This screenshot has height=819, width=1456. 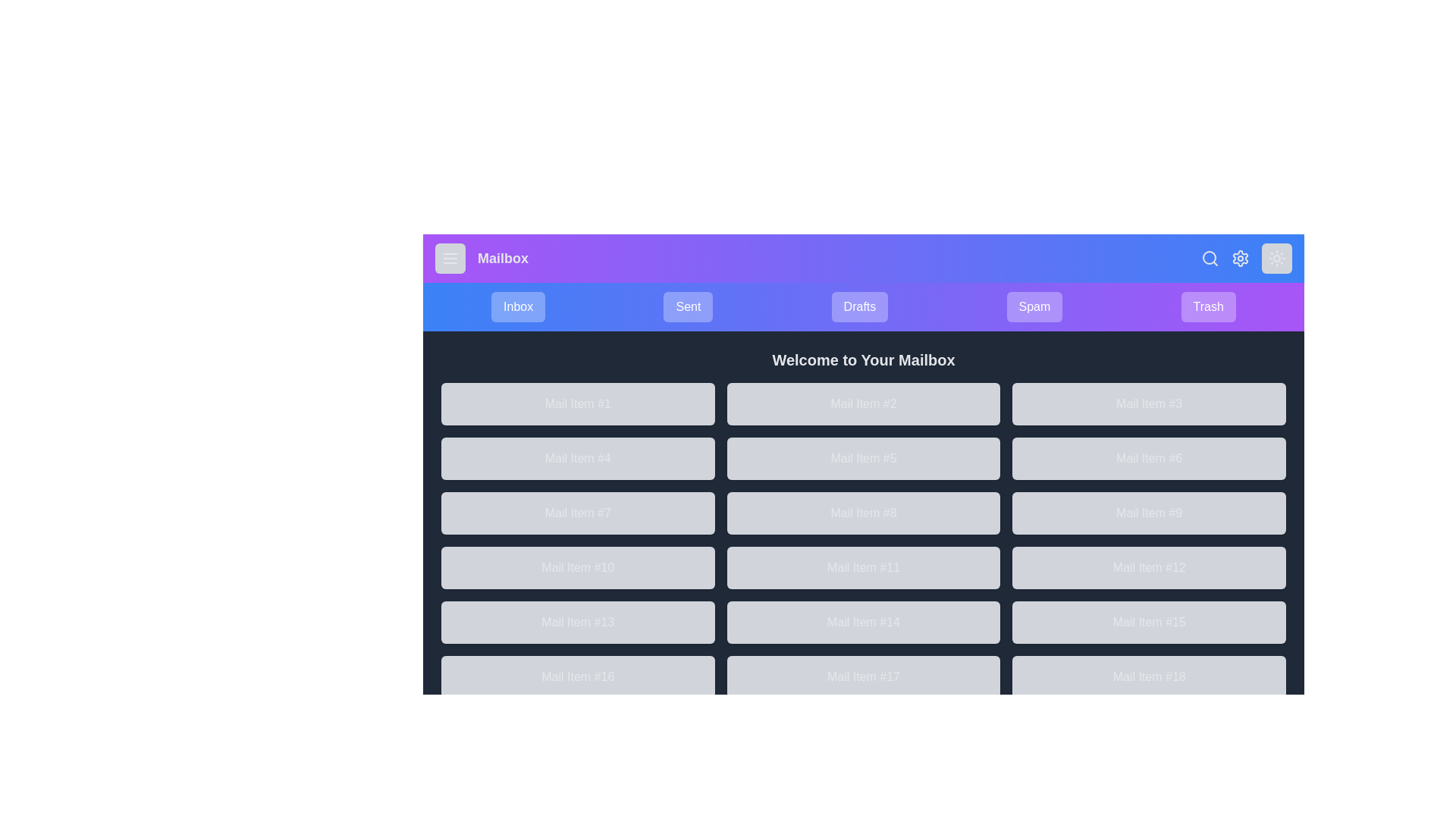 What do you see at coordinates (517, 307) in the screenshot?
I see `the mailbox category Inbox to view its contents` at bounding box center [517, 307].